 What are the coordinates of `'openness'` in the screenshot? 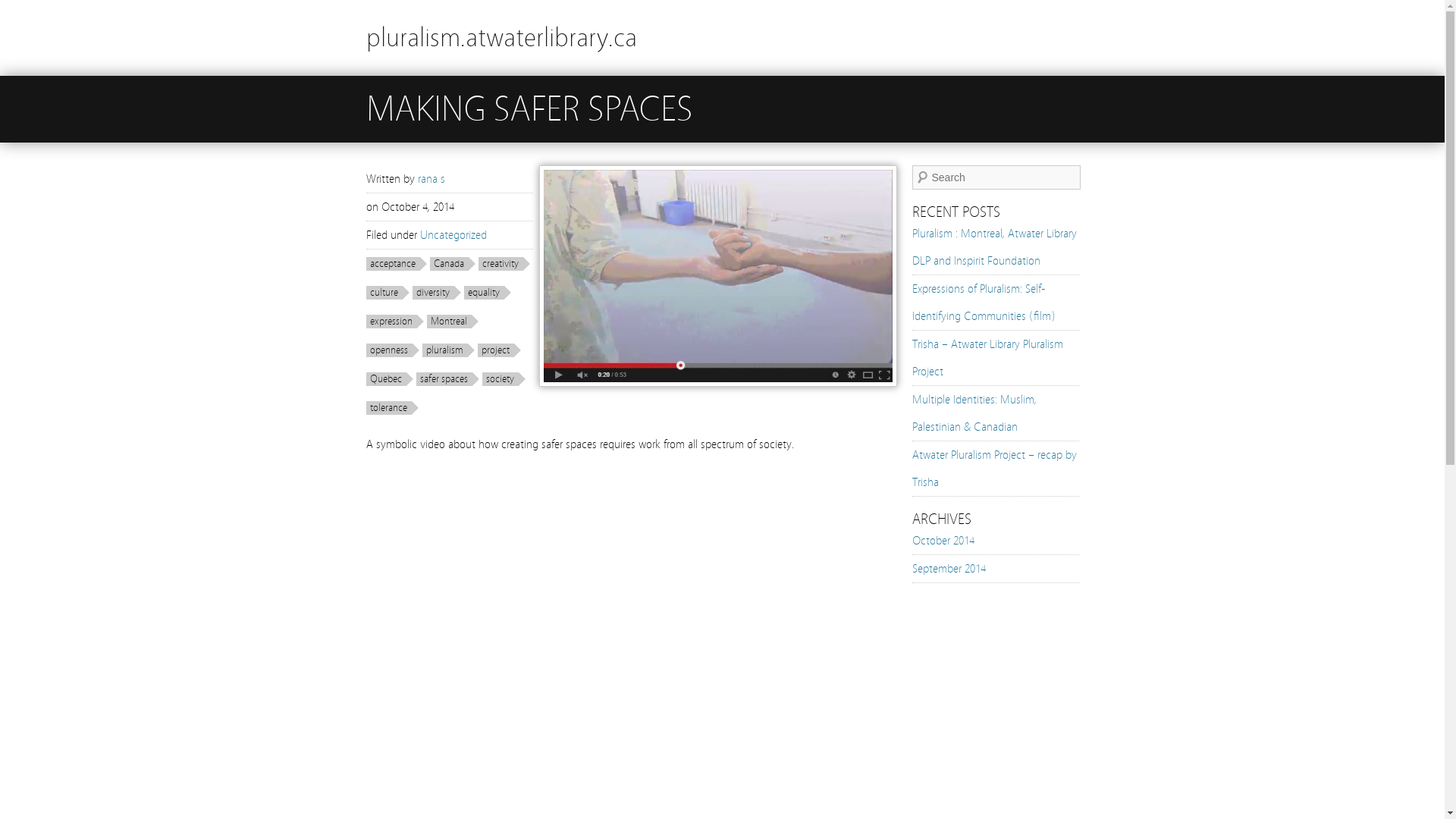 It's located at (392, 350).